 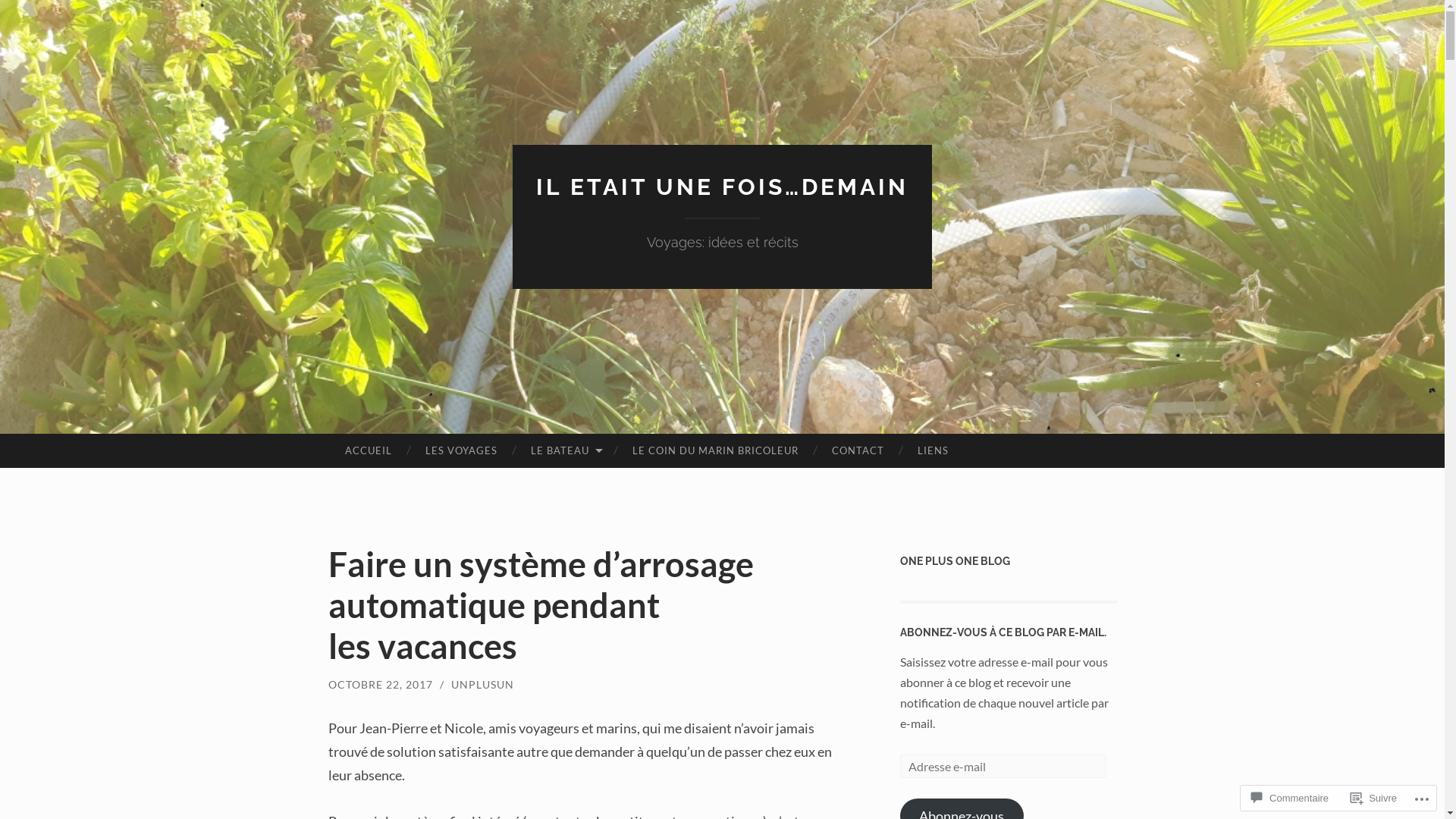 What do you see at coordinates (1288, 797) in the screenshot?
I see `'Commentaire'` at bounding box center [1288, 797].